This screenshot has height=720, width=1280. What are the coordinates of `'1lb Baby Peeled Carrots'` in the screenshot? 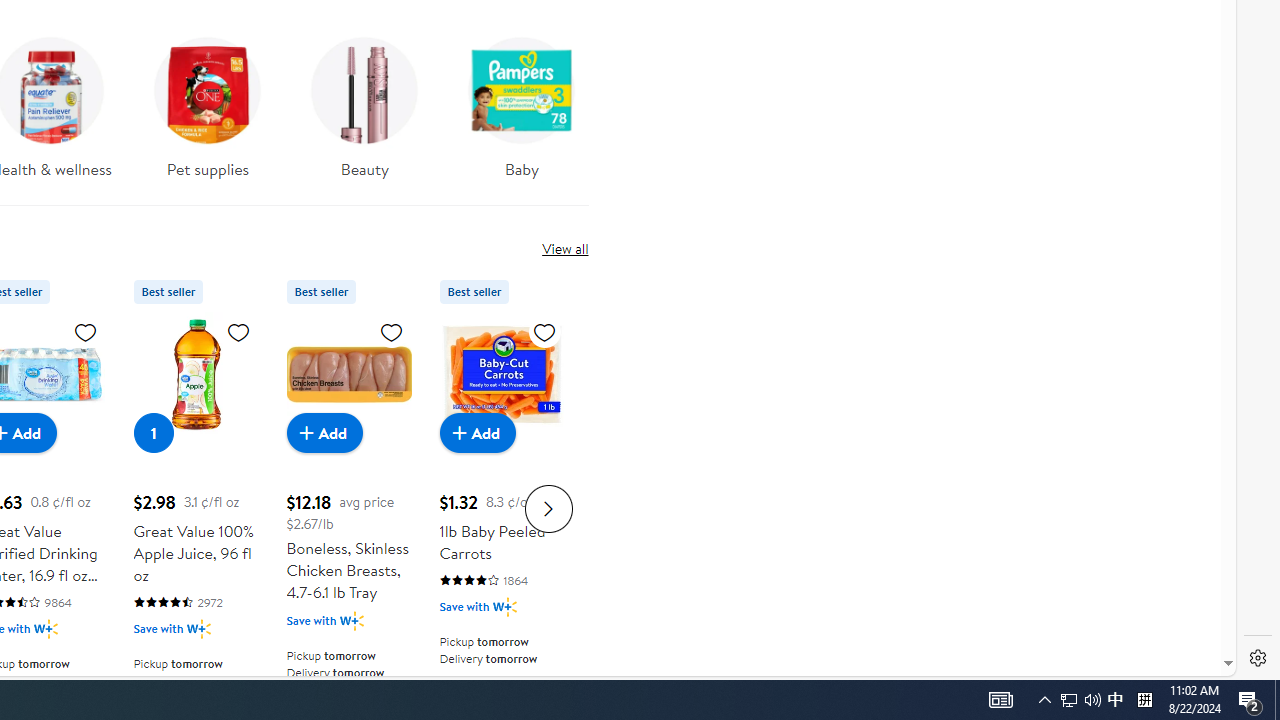 It's located at (501, 374).